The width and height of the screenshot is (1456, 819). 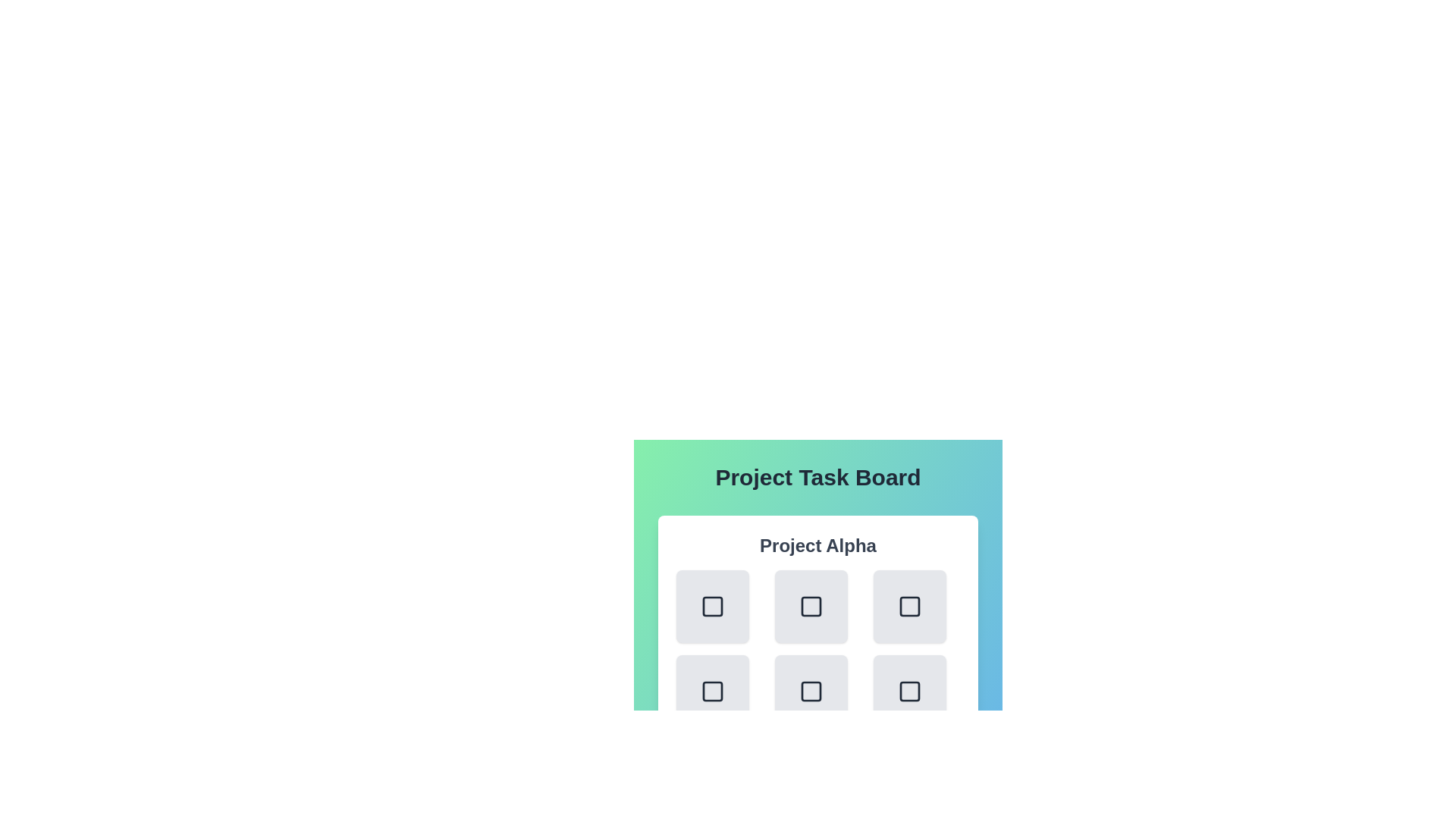 What do you see at coordinates (811, 605) in the screenshot?
I see `the task button corresponding to task 1 in project Project Alpha` at bounding box center [811, 605].